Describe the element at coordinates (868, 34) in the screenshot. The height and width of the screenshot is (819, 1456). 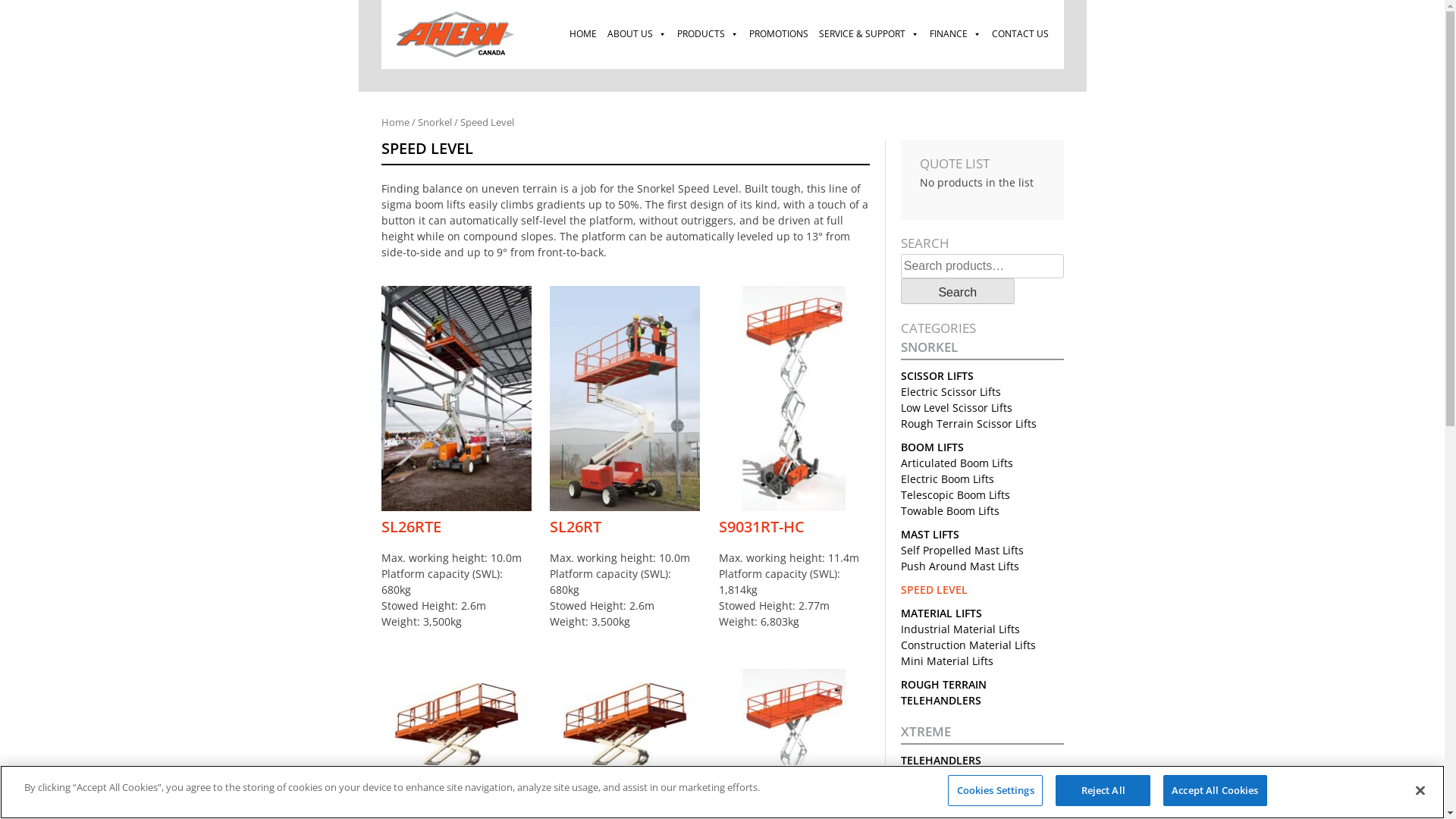
I see `'SERVICE & SUPPORT'` at that location.